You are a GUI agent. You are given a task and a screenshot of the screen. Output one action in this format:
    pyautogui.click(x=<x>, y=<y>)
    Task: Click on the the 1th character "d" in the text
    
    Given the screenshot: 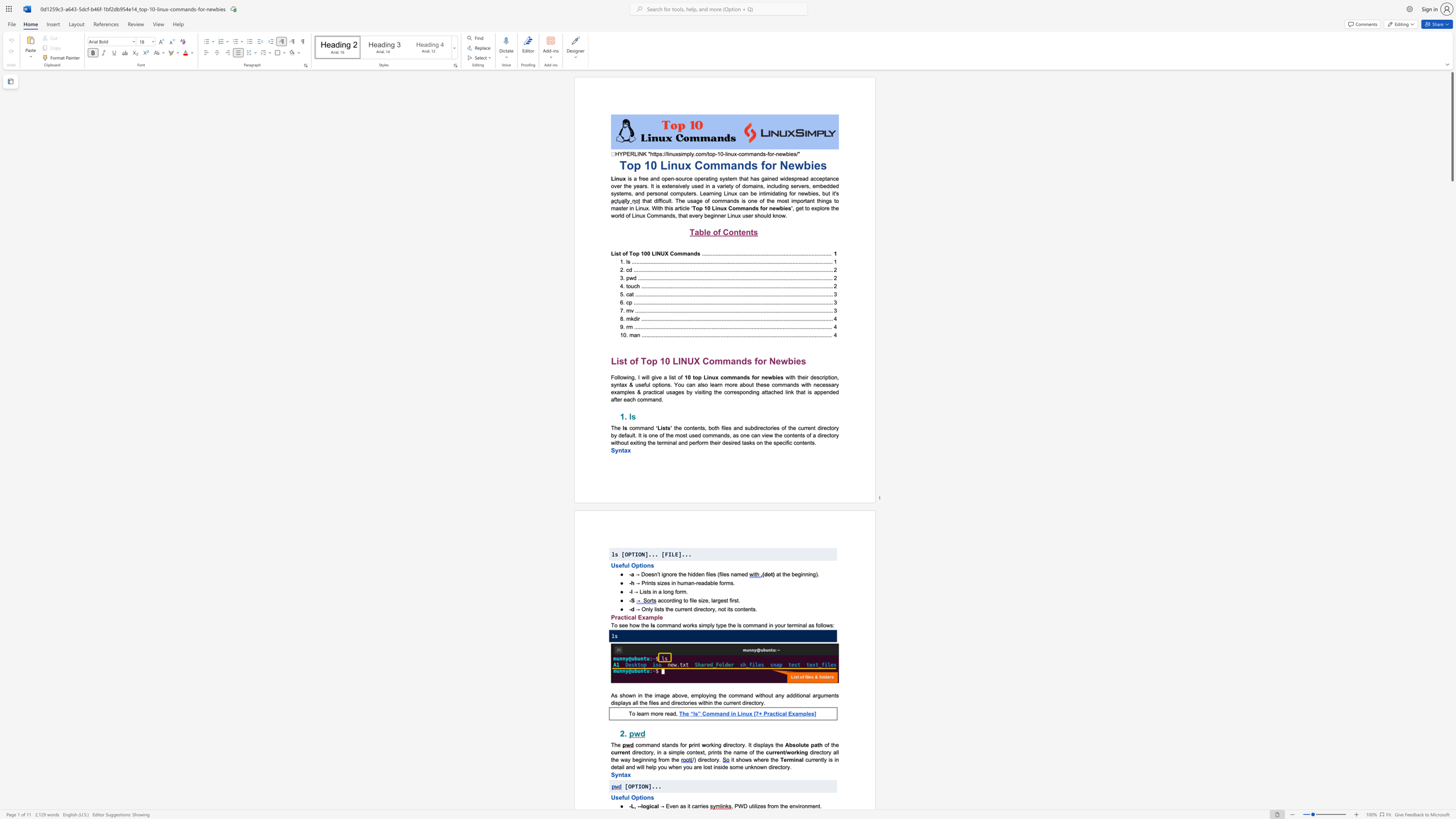 What is the action you would take?
    pyautogui.click(x=755, y=744)
    